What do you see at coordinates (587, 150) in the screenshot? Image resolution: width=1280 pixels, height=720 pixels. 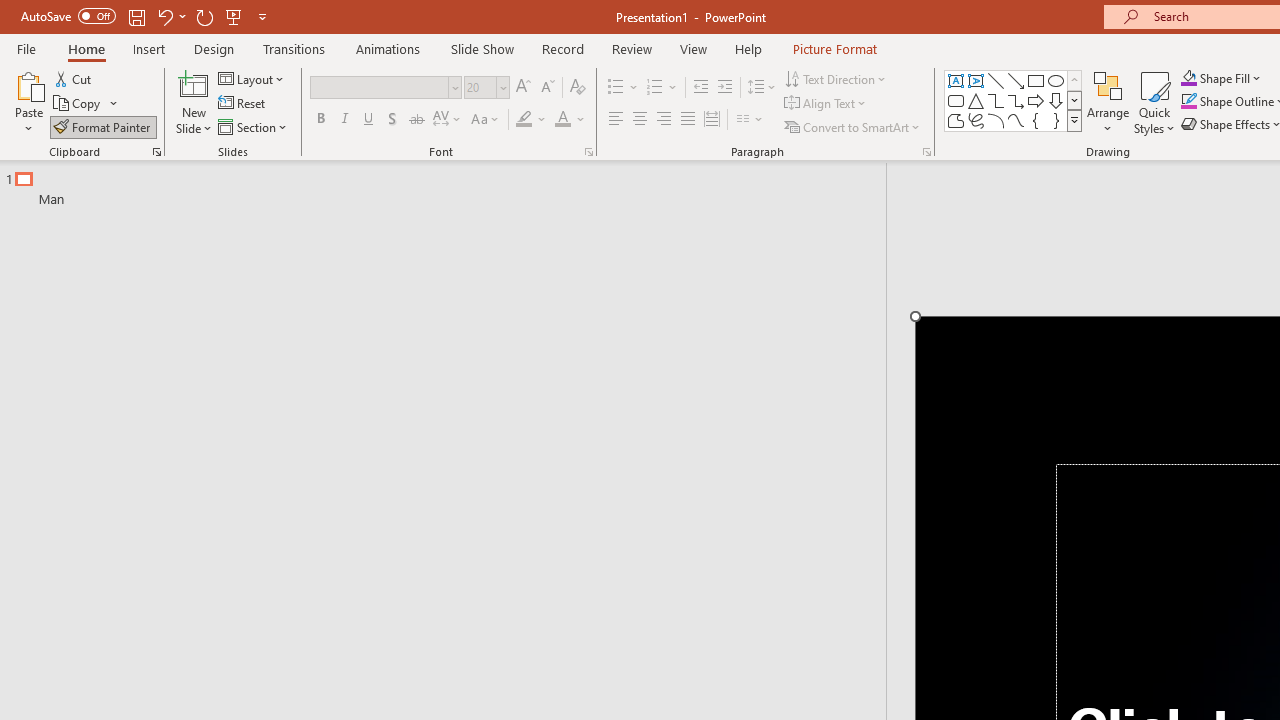 I see `'Font...'` at bounding box center [587, 150].